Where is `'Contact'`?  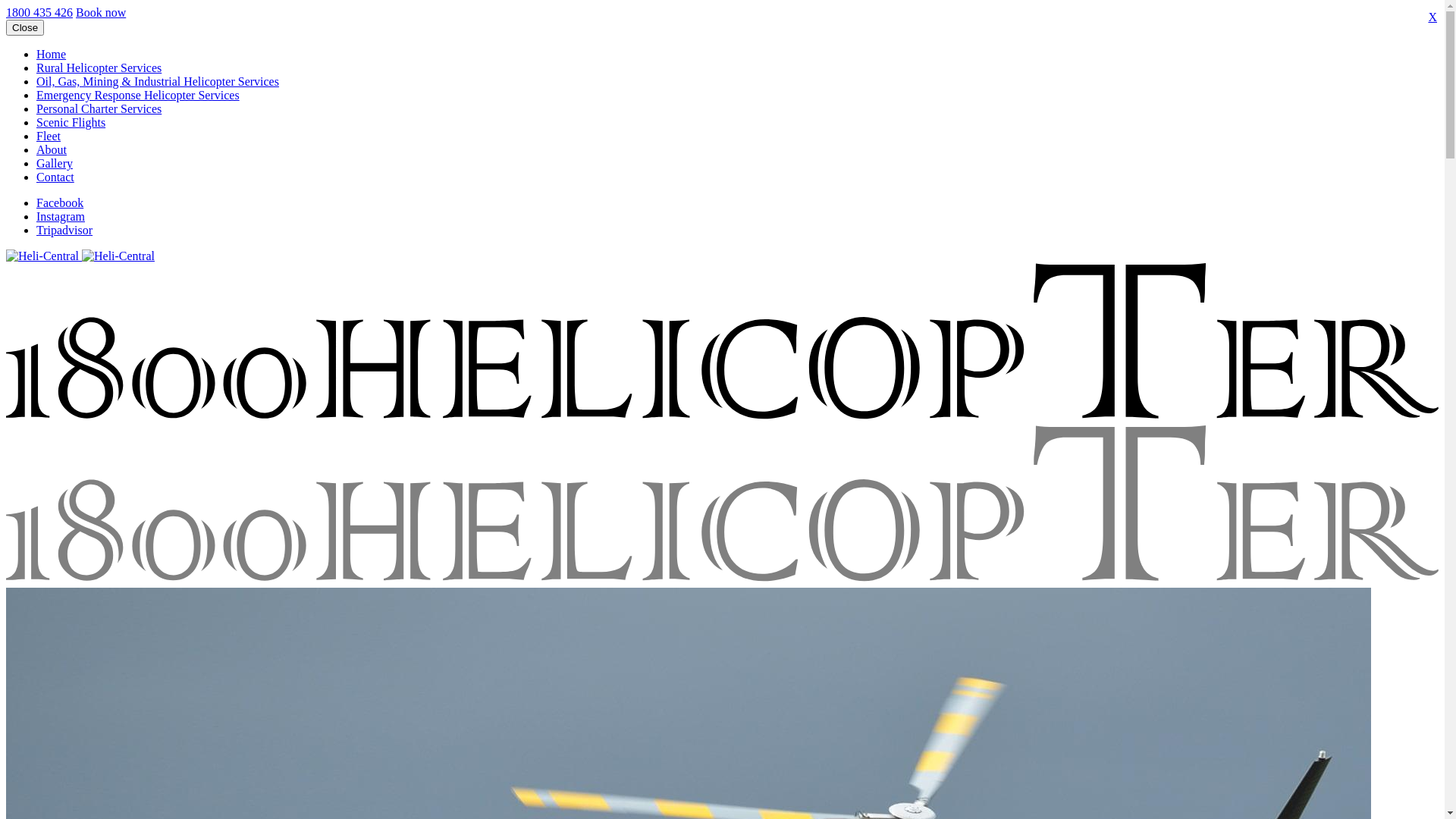 'Contact' is located at coordinates (55, 176).